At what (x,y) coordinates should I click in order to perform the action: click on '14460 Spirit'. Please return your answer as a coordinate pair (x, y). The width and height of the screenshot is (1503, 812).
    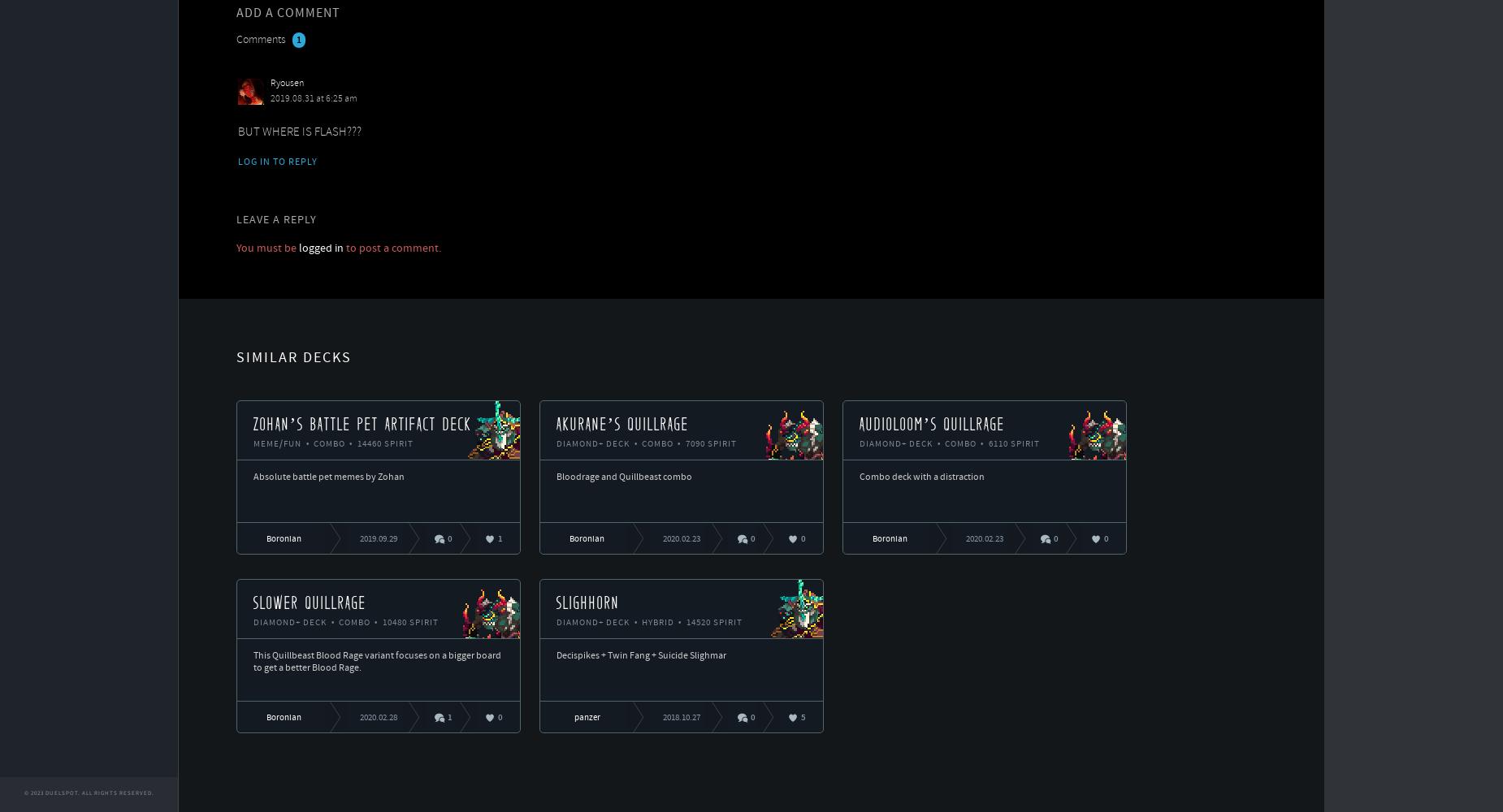
    Looking at the image, I should click on (383, 444).